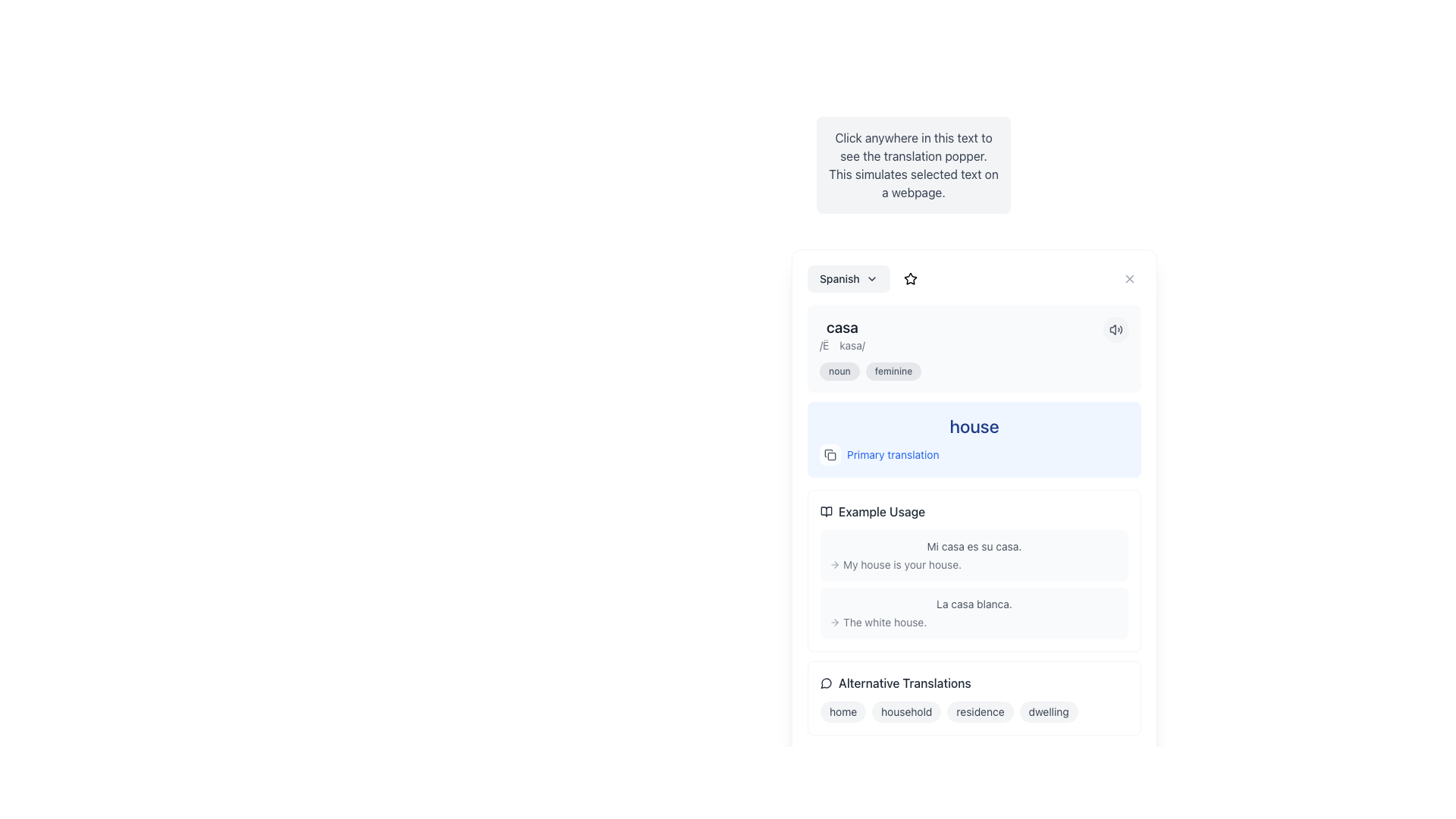 Image resolution: width=1456 pixels, height=819 pixels. I want to click on speech bubble SVG icon element located on the right side of the application interface, slightly above the center vertically, using developer tools, so click(825, 683).